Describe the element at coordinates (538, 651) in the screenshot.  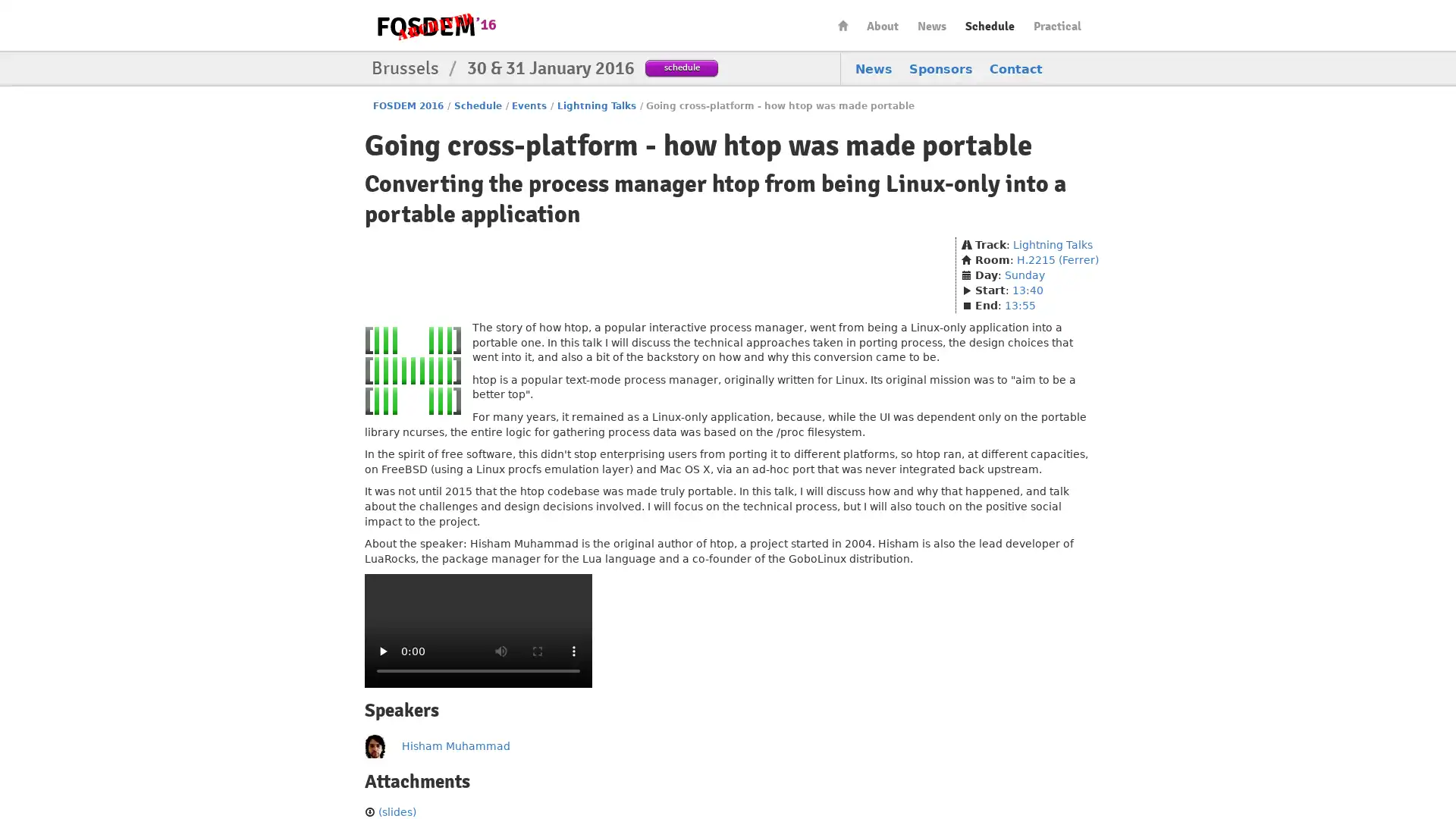
I see `enter full screen` at that location.